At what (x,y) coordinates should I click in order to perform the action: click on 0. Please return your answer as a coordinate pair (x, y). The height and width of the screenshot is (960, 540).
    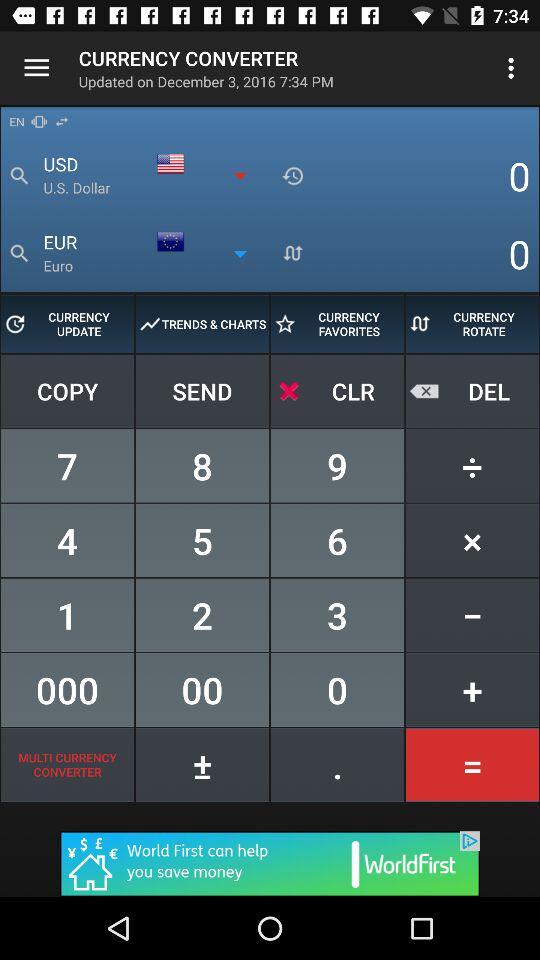
    Looking at the image, I should click on (337, 690).